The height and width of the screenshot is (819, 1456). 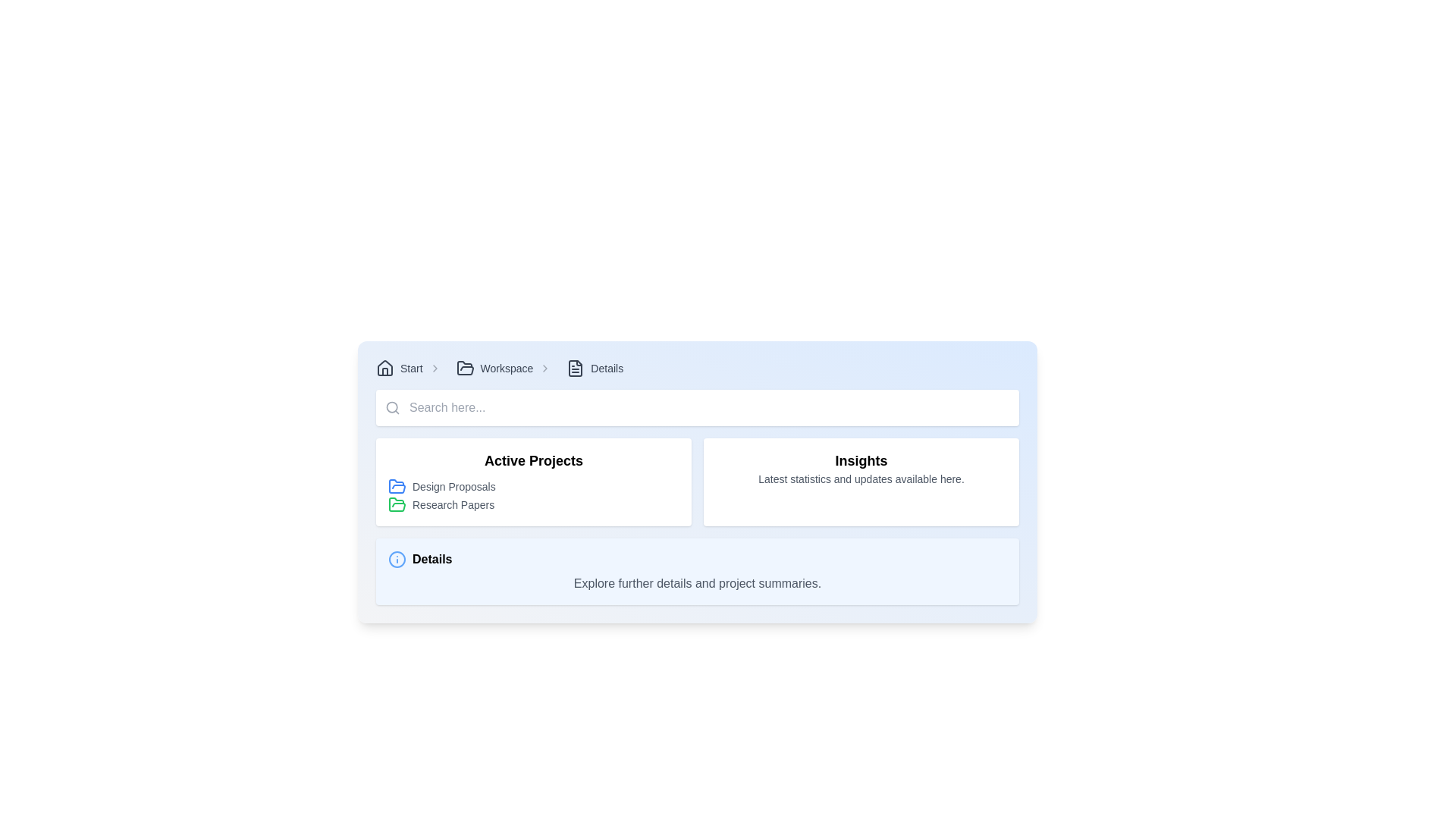 What do you see at coordinates (397, 486) in the screenshot?
I see `the second icon in the breadcrumb navigation section` at bounding box center [397, 486].